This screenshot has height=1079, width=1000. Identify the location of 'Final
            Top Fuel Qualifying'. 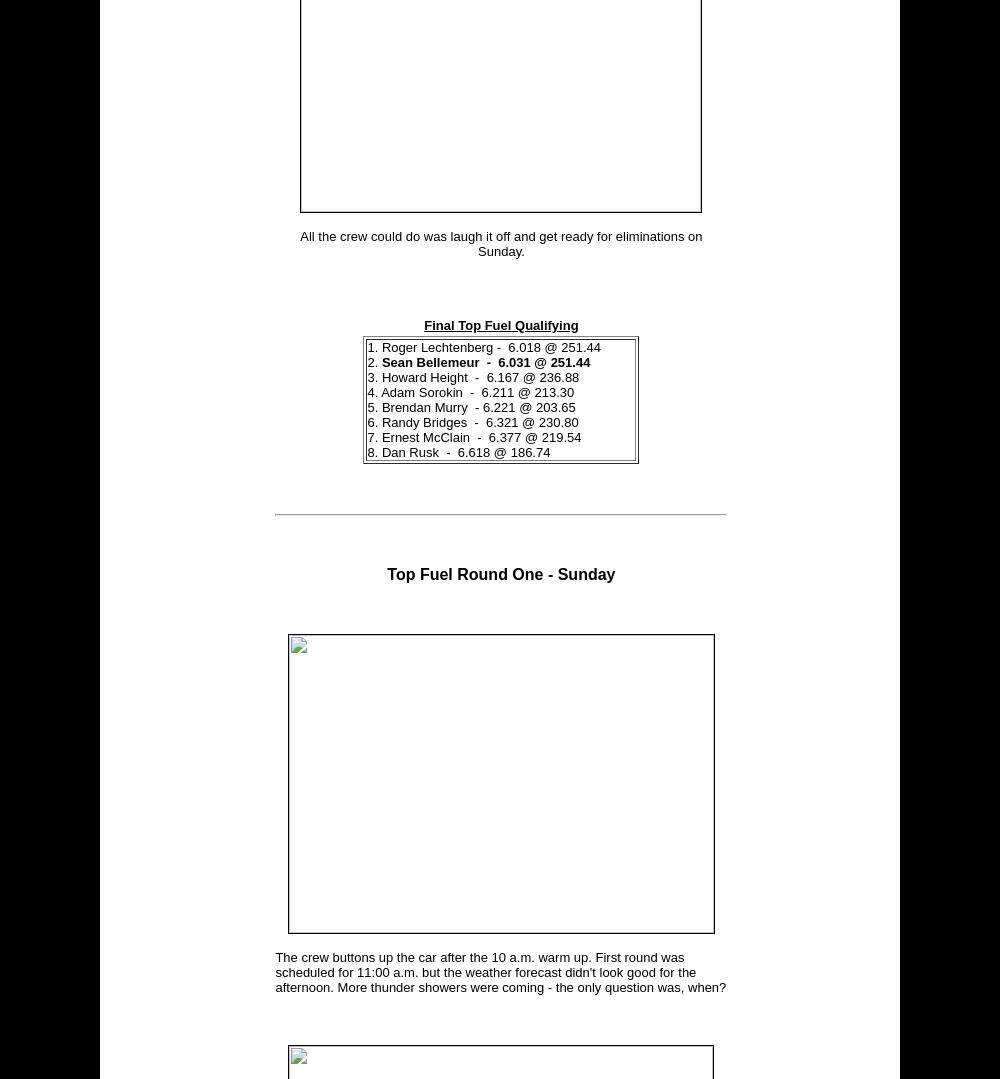
(501, 324).